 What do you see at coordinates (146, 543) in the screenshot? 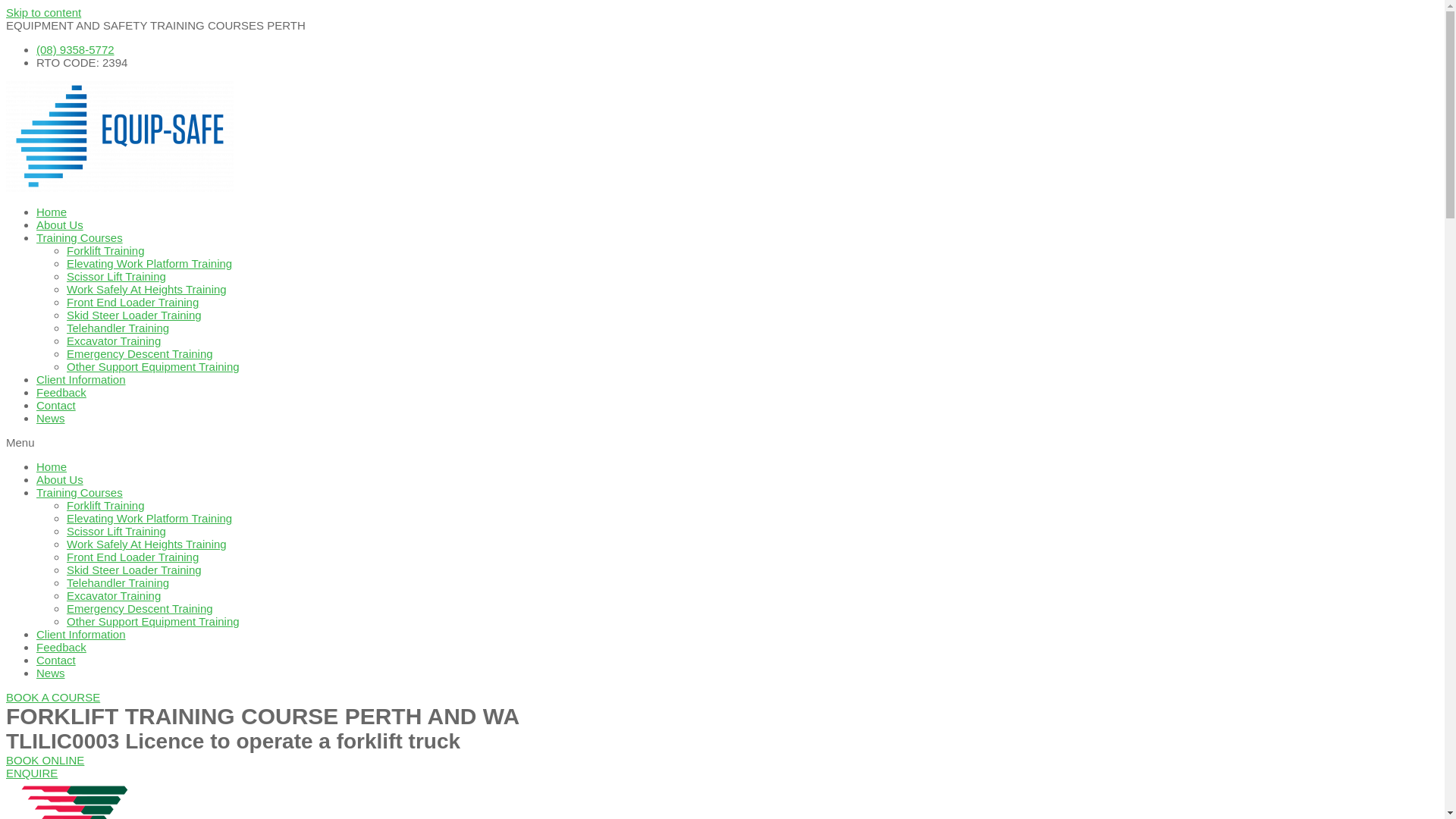
I see `'Work Safely At Heights Training'` at bounding box center [146, 543].